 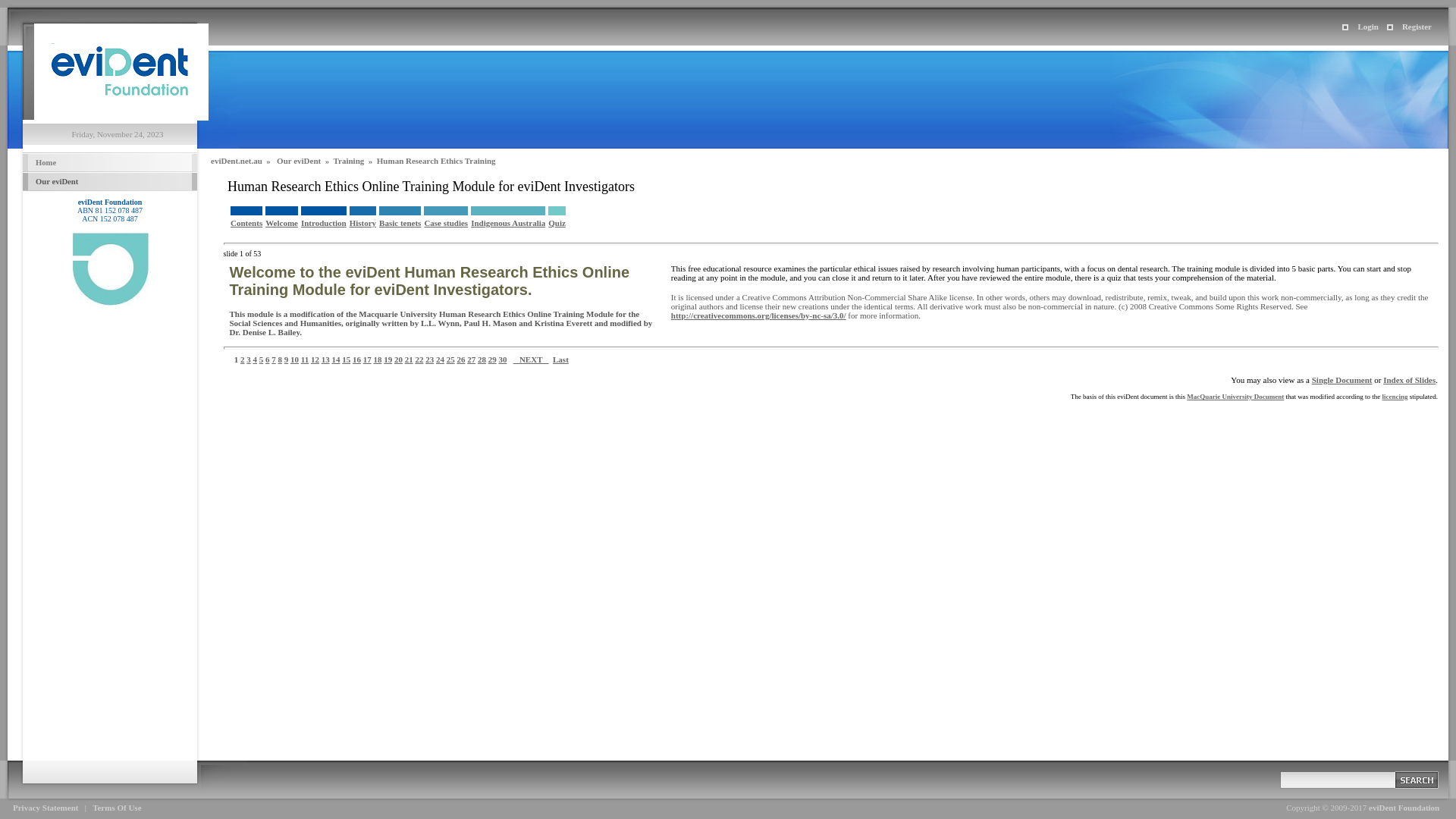 I want to click on '29', so click(x=492, y=359).